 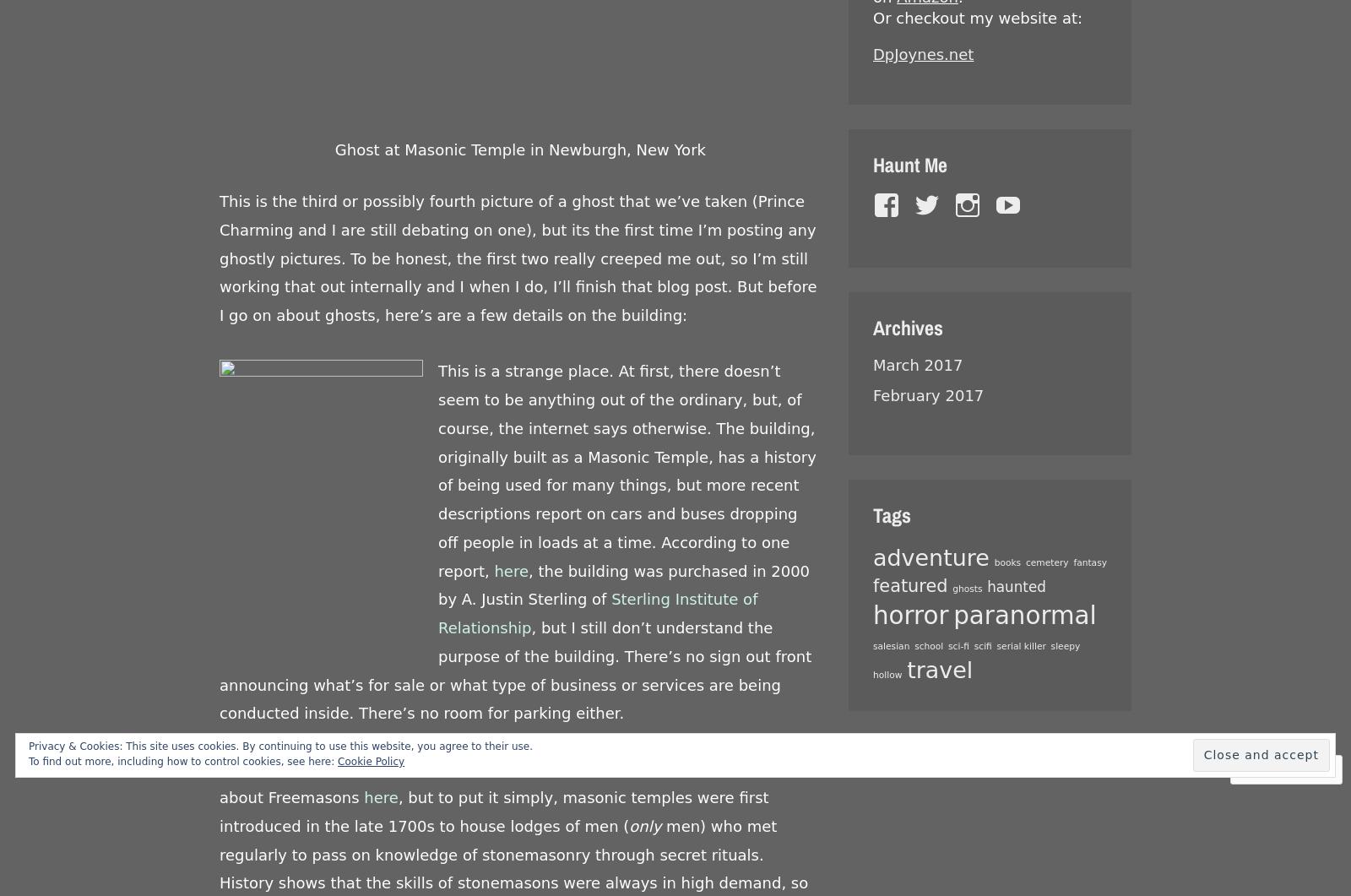 What do you see at coordinates (978, 18) in the screenshot?
I see `'Or checkout my website at:'` at bounding box center [978, 18].